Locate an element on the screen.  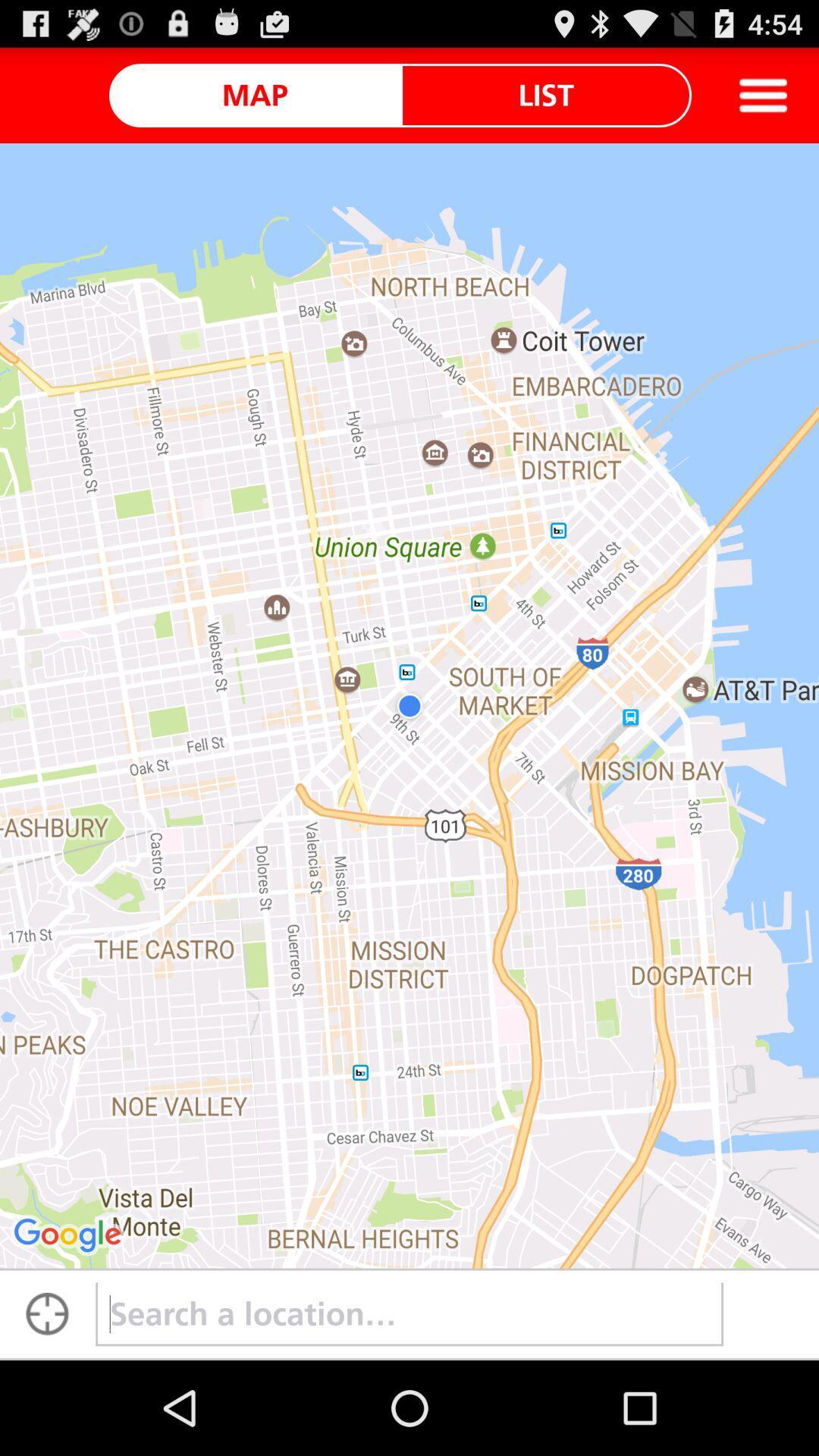
click on directional icon is located at coordinates (46, 1313).